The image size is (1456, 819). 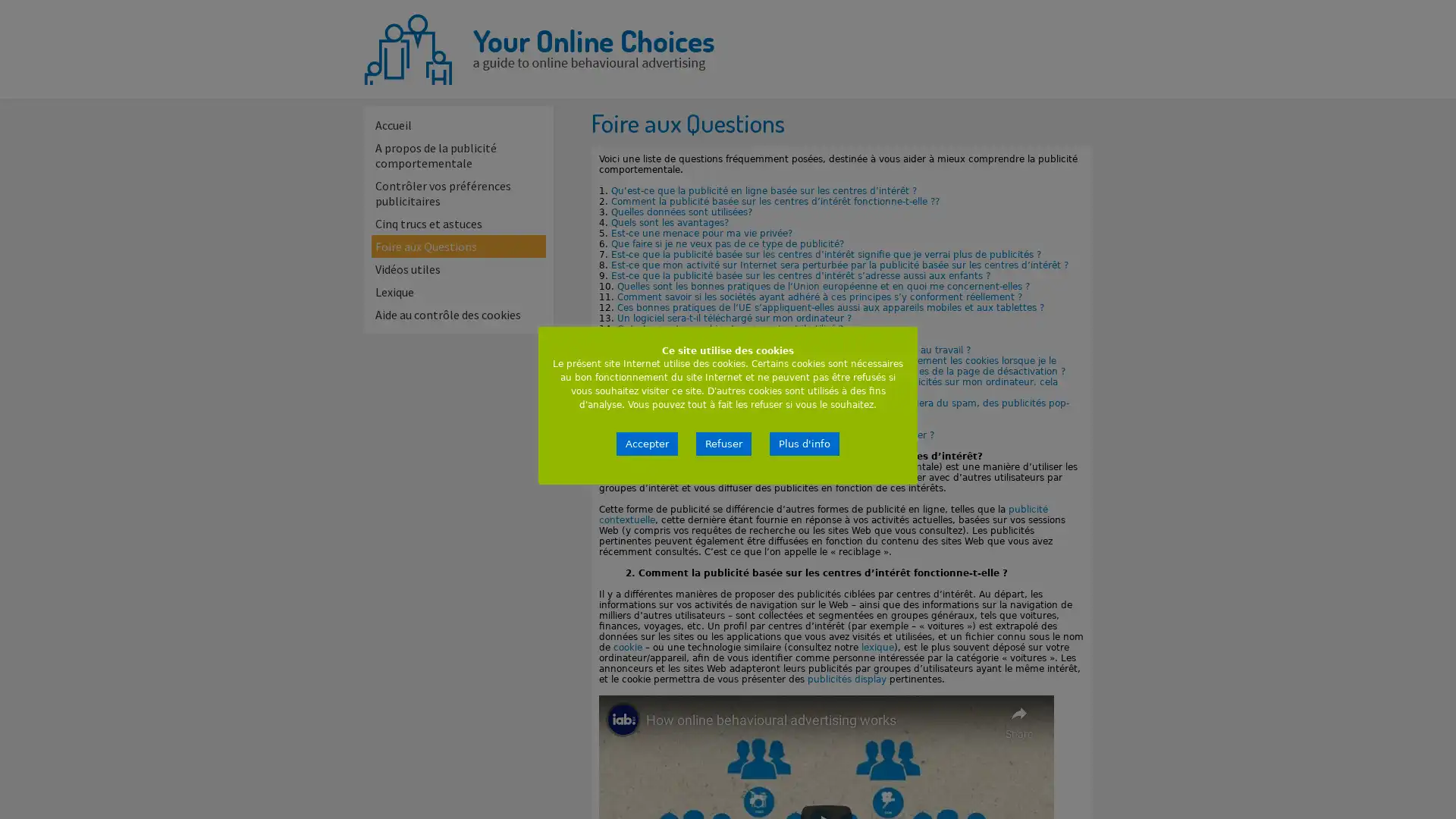 What do you see at coordinates (647, 444) in the screenshot?
I see `Accepter` at bounding box center [647, 444].